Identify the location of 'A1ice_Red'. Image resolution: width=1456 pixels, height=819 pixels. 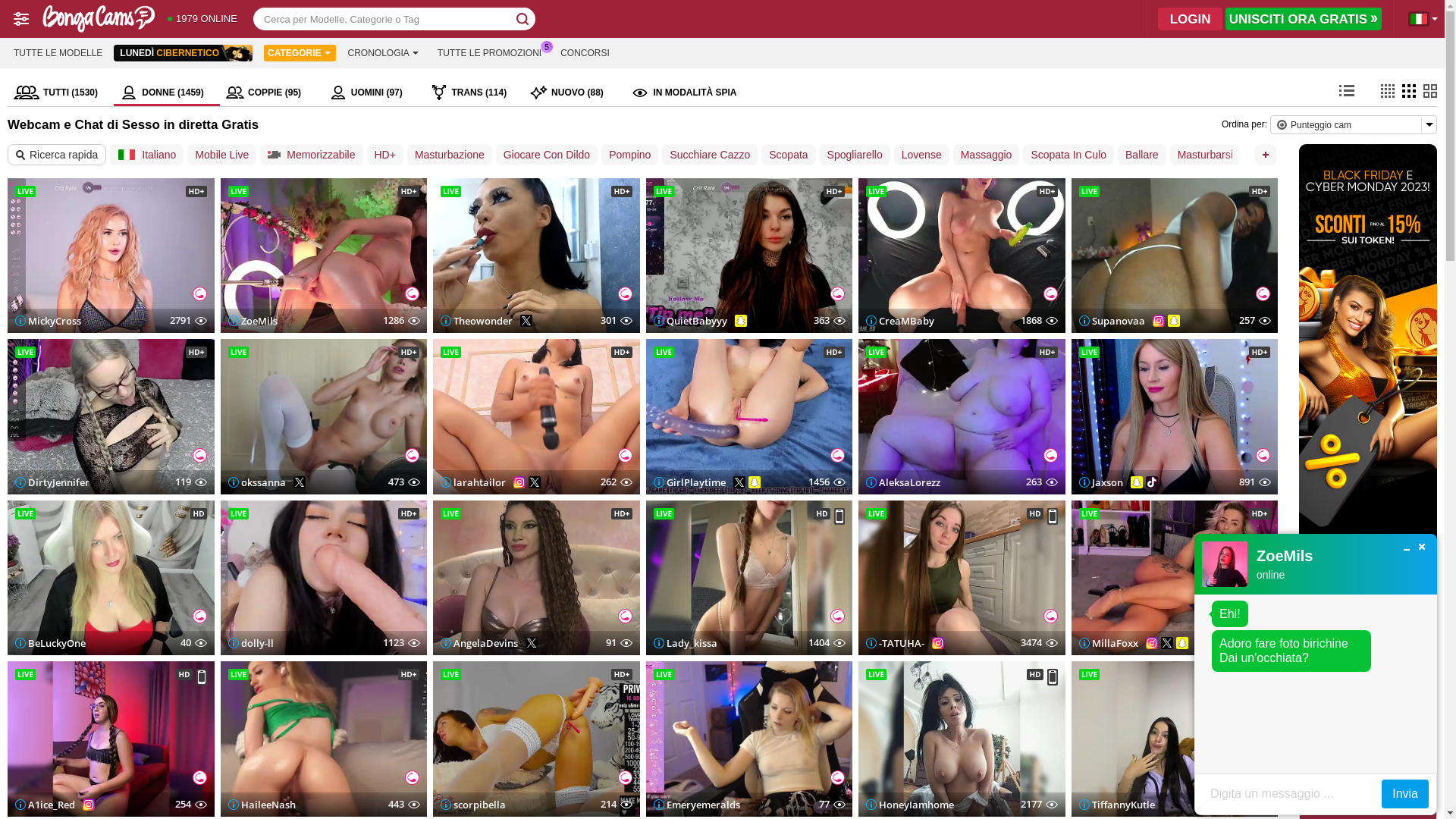
(45, 803).